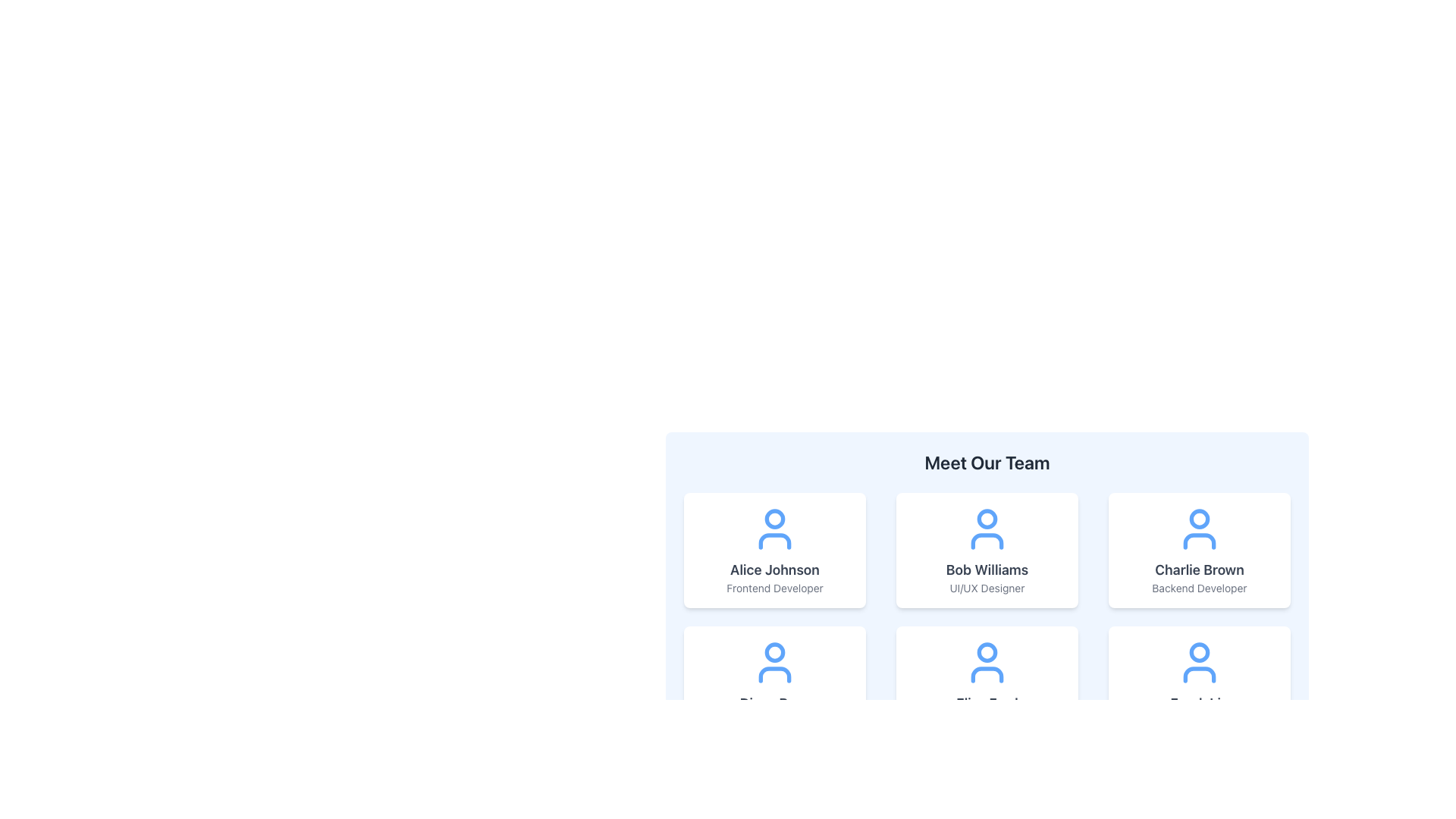 This screenshot has height=819, width=1456. I want to click on the head of the avatar graphic representing 'Bob Williams' in the 'Meet Our Team' section, so click(987, 517).